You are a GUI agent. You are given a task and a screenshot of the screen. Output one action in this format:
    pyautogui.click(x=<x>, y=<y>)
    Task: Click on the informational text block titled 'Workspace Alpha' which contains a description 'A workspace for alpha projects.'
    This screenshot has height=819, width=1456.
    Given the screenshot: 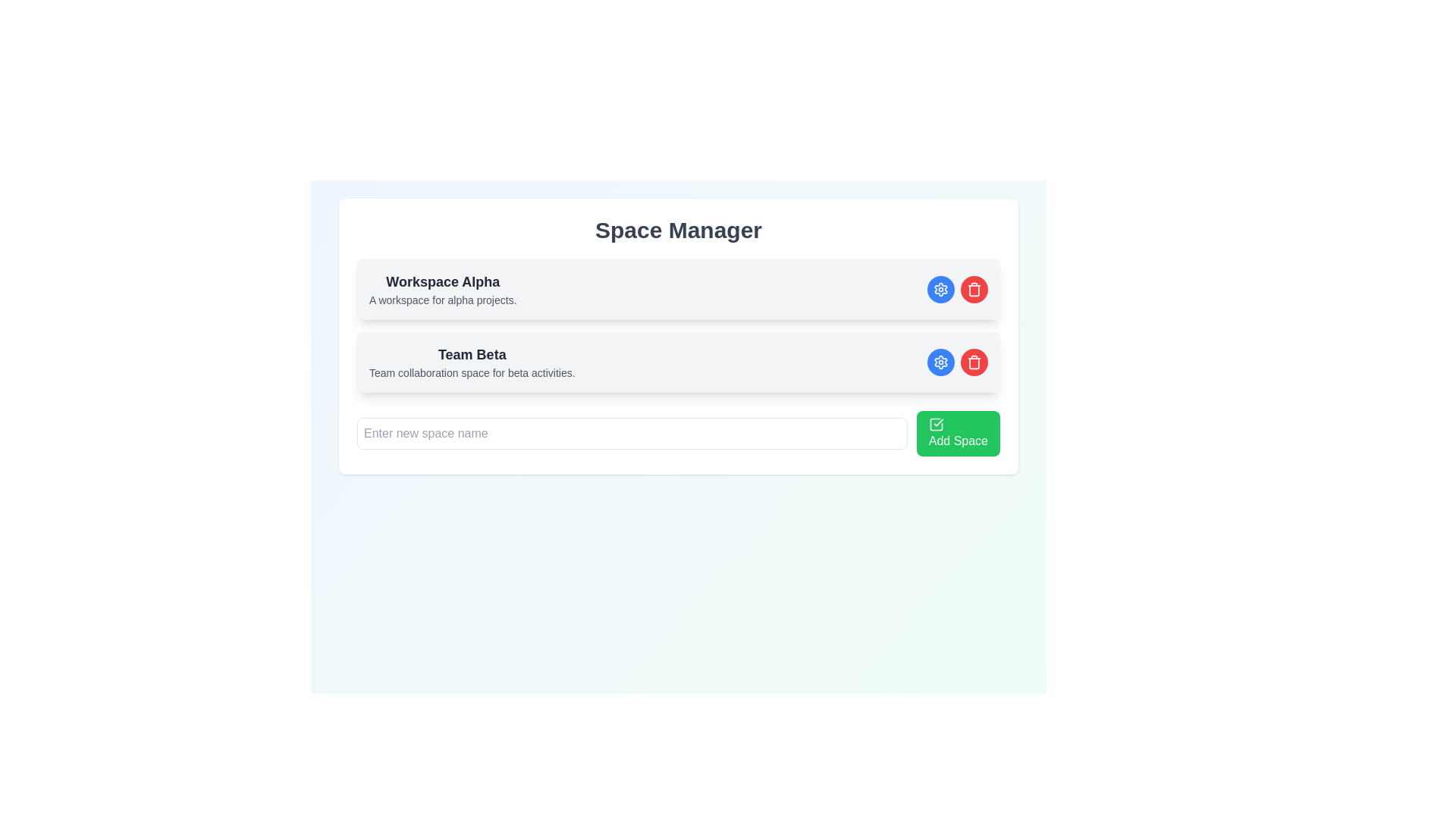 What is the action you would take?
    pyautogui.click(x=442, y=289)
    